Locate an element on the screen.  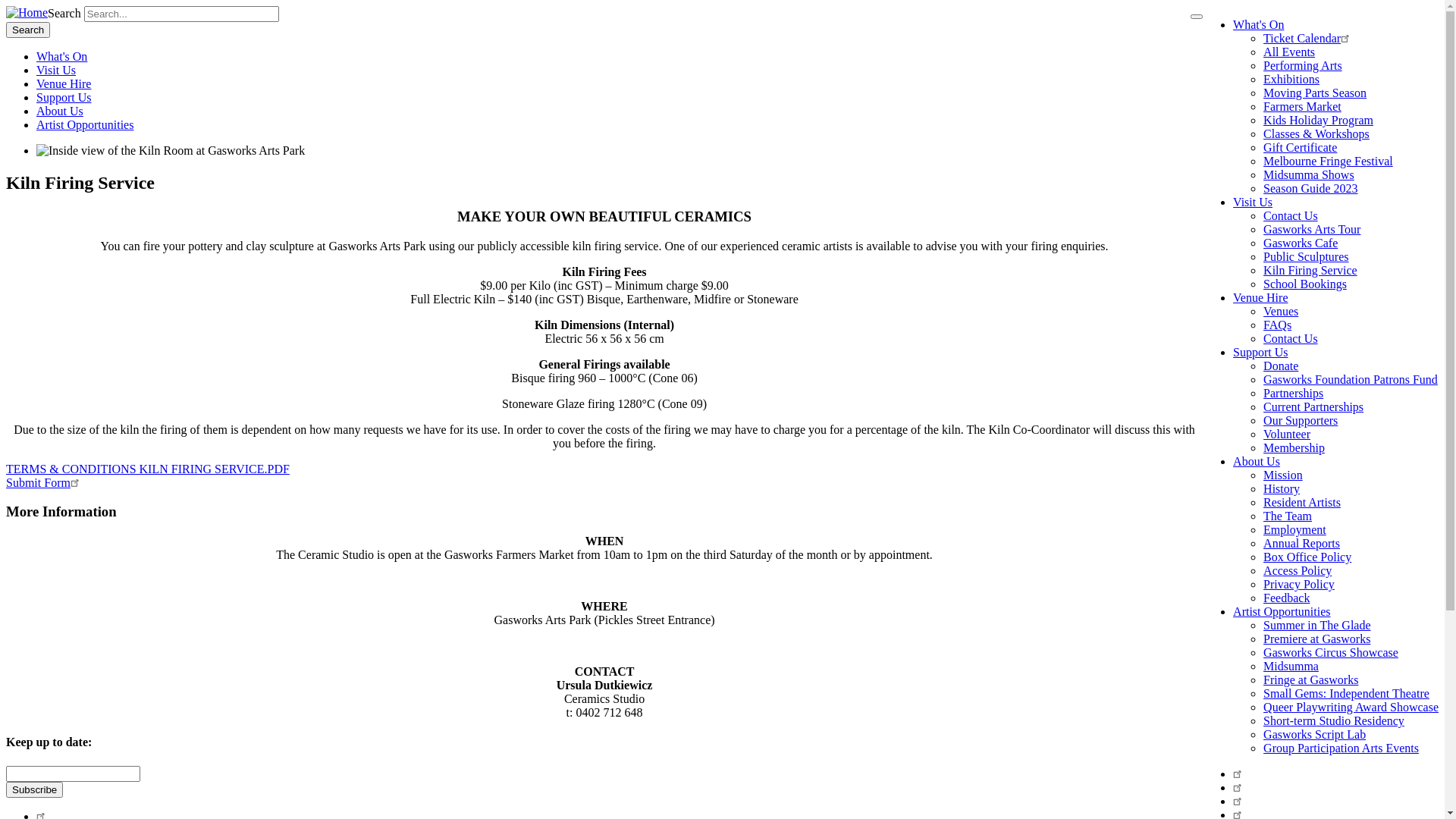
'FAQs' is located at coordinates (1276, 324).